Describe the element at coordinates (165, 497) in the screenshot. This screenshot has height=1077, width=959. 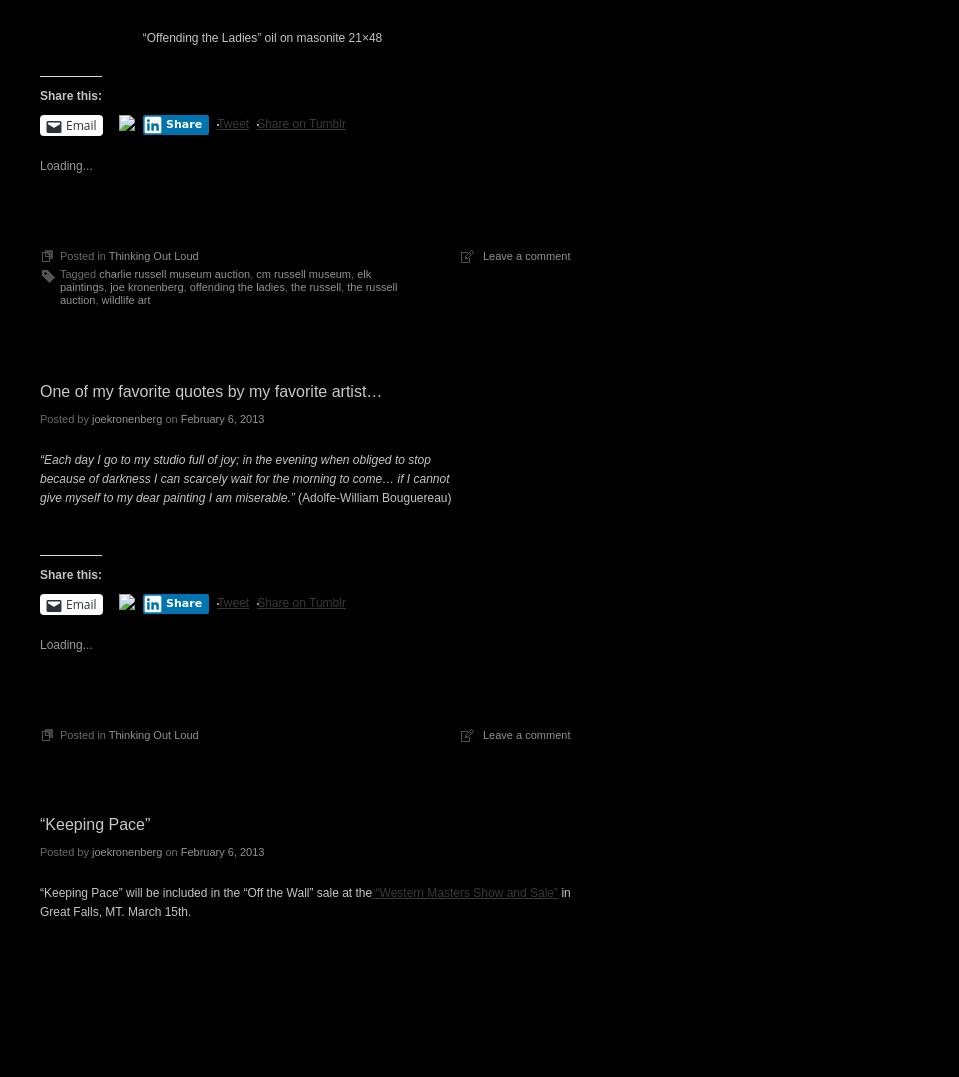
I see `'give myself to my dear painting I am miserable.”'` at that location.